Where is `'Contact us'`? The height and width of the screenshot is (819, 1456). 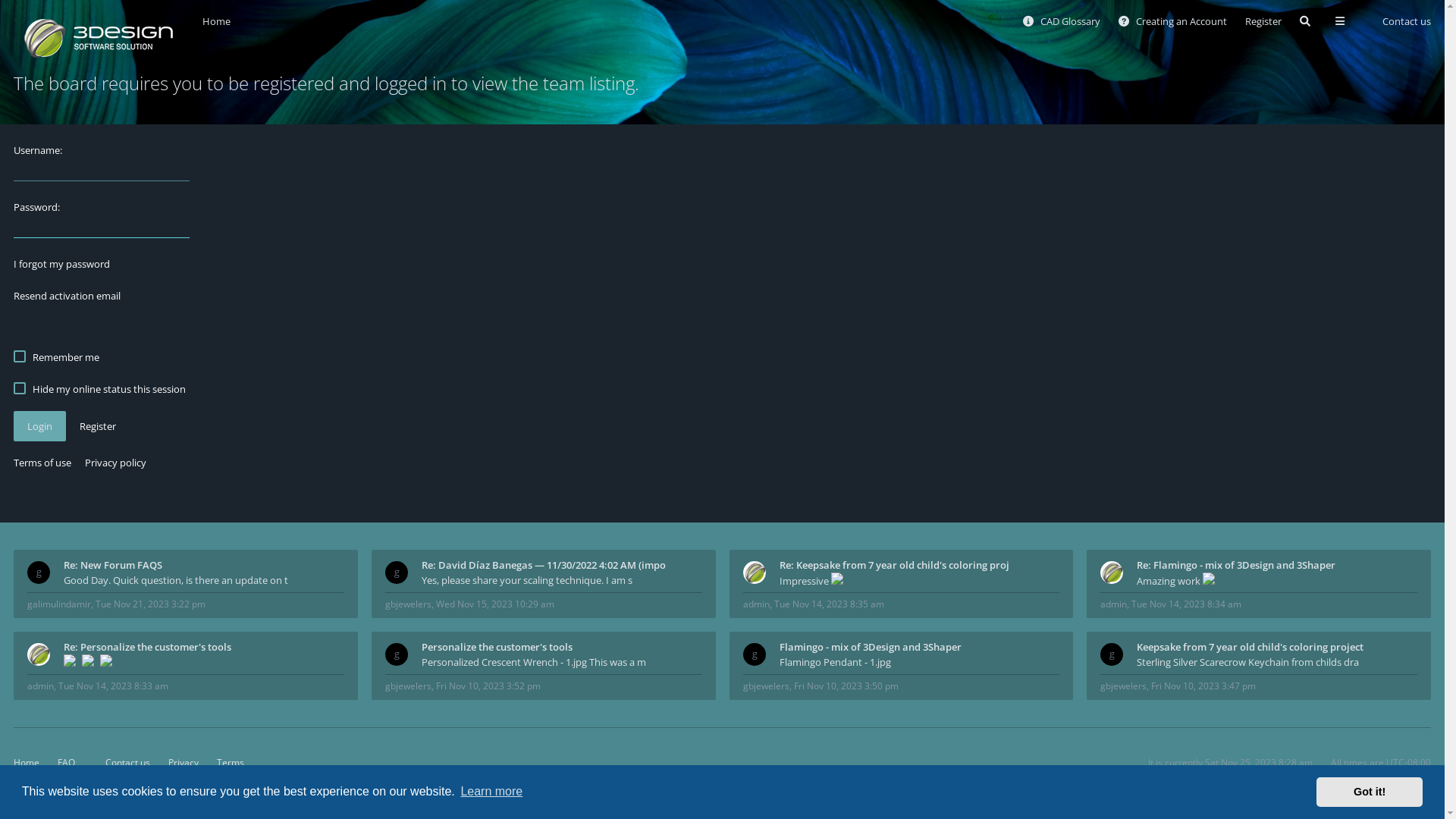
'Contact us' is located at coordinates (121, 762).